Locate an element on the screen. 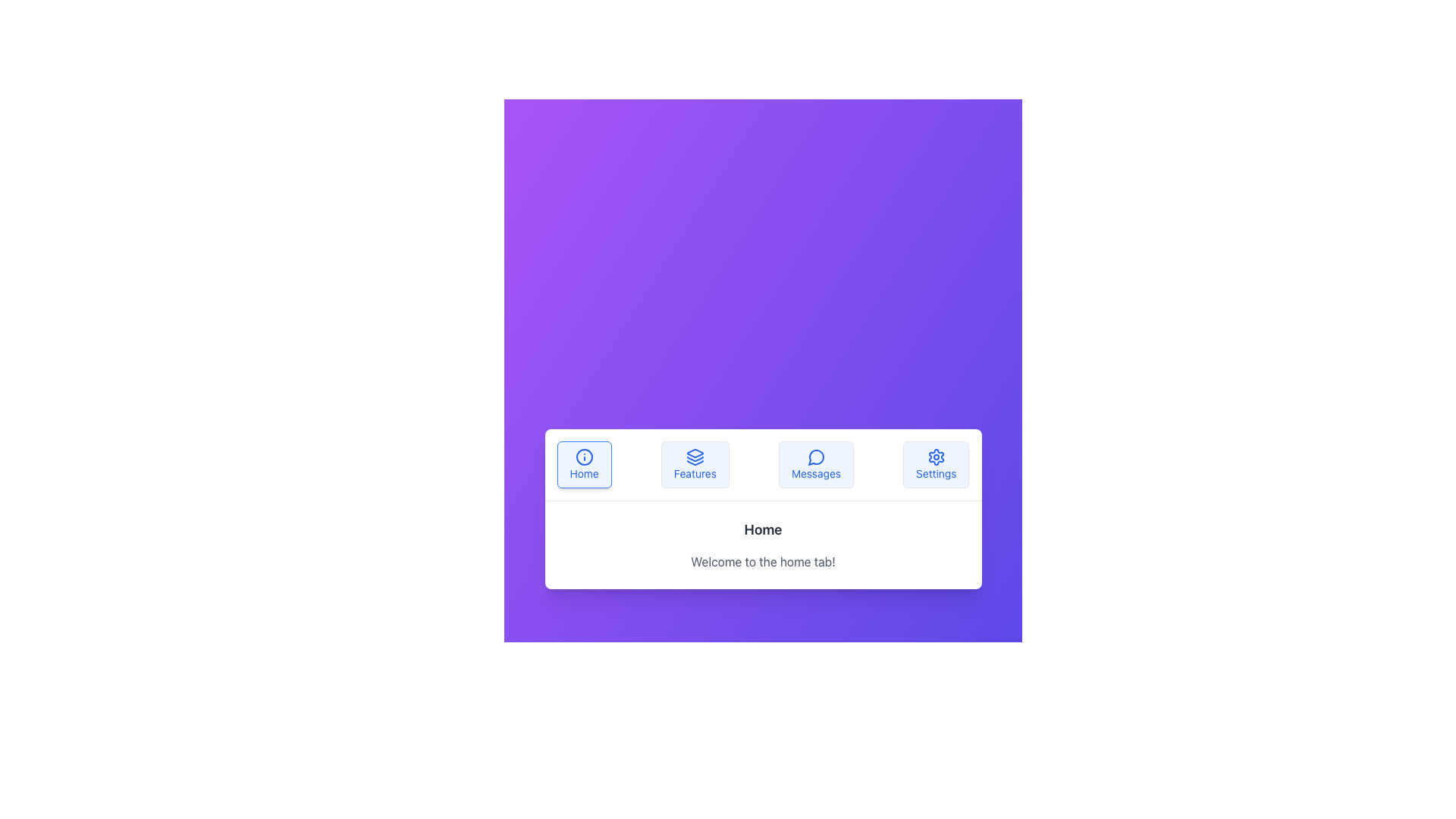  the topmost triangular icon in the SVG graphic representing stacked layers is located at coordinates (694, 452).